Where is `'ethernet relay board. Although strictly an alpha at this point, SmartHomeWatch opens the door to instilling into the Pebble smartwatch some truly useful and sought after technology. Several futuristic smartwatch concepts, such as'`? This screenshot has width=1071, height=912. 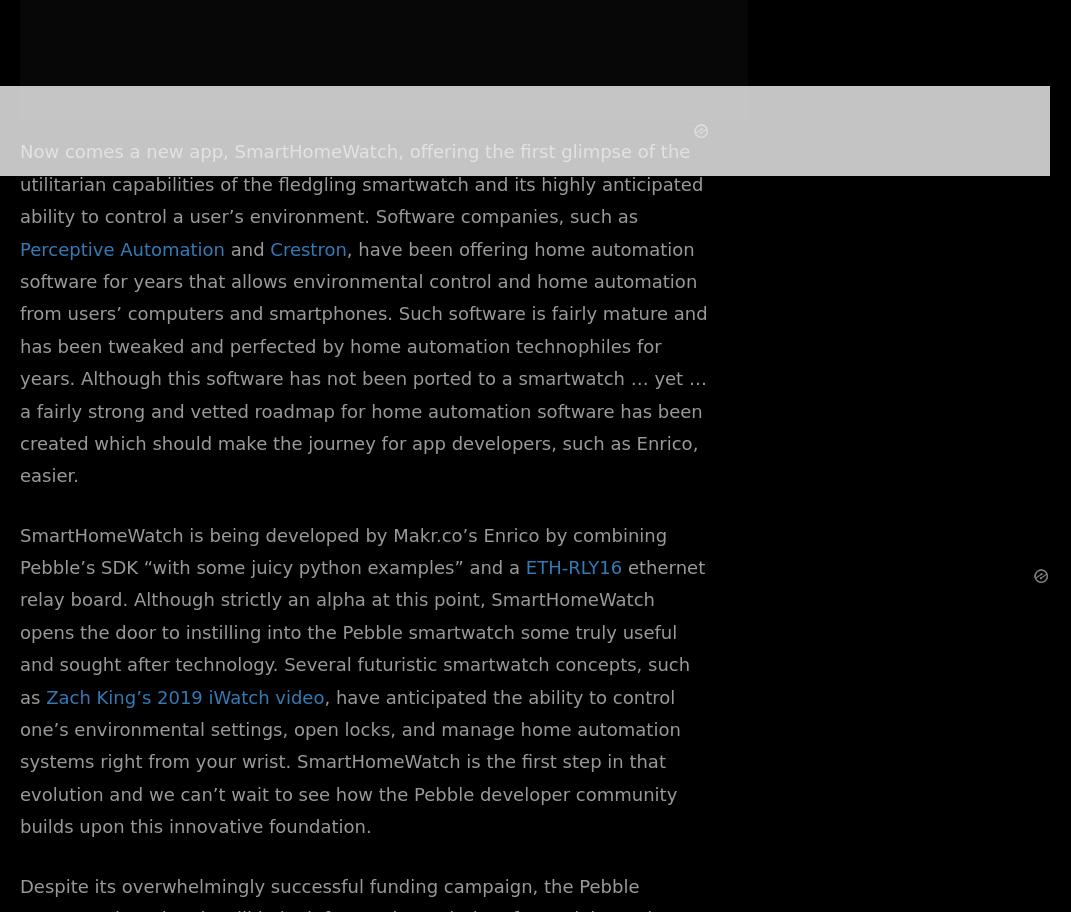
'ethernet relay board. Although strictly an alpha at this point, SmartHomeWatch opens the door to instilling into the Pebble smartwatch some truly useful and sought after technology. Several futuristic smartwatch concepts, such as' is located at coordinates (19, 632).